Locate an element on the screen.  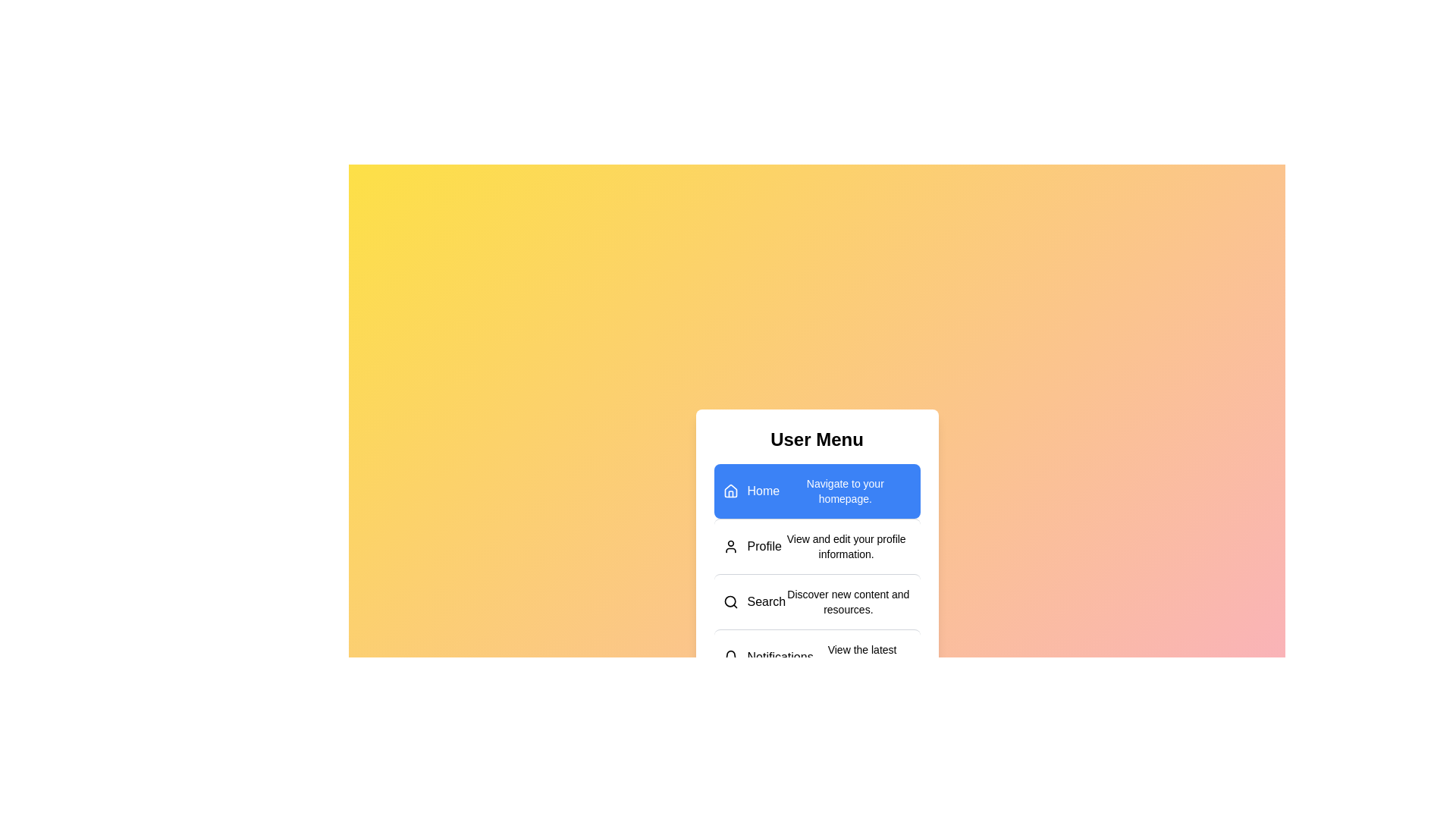
the menu item labeled Notifications to change the selected option is located at coordinates (816, 656).